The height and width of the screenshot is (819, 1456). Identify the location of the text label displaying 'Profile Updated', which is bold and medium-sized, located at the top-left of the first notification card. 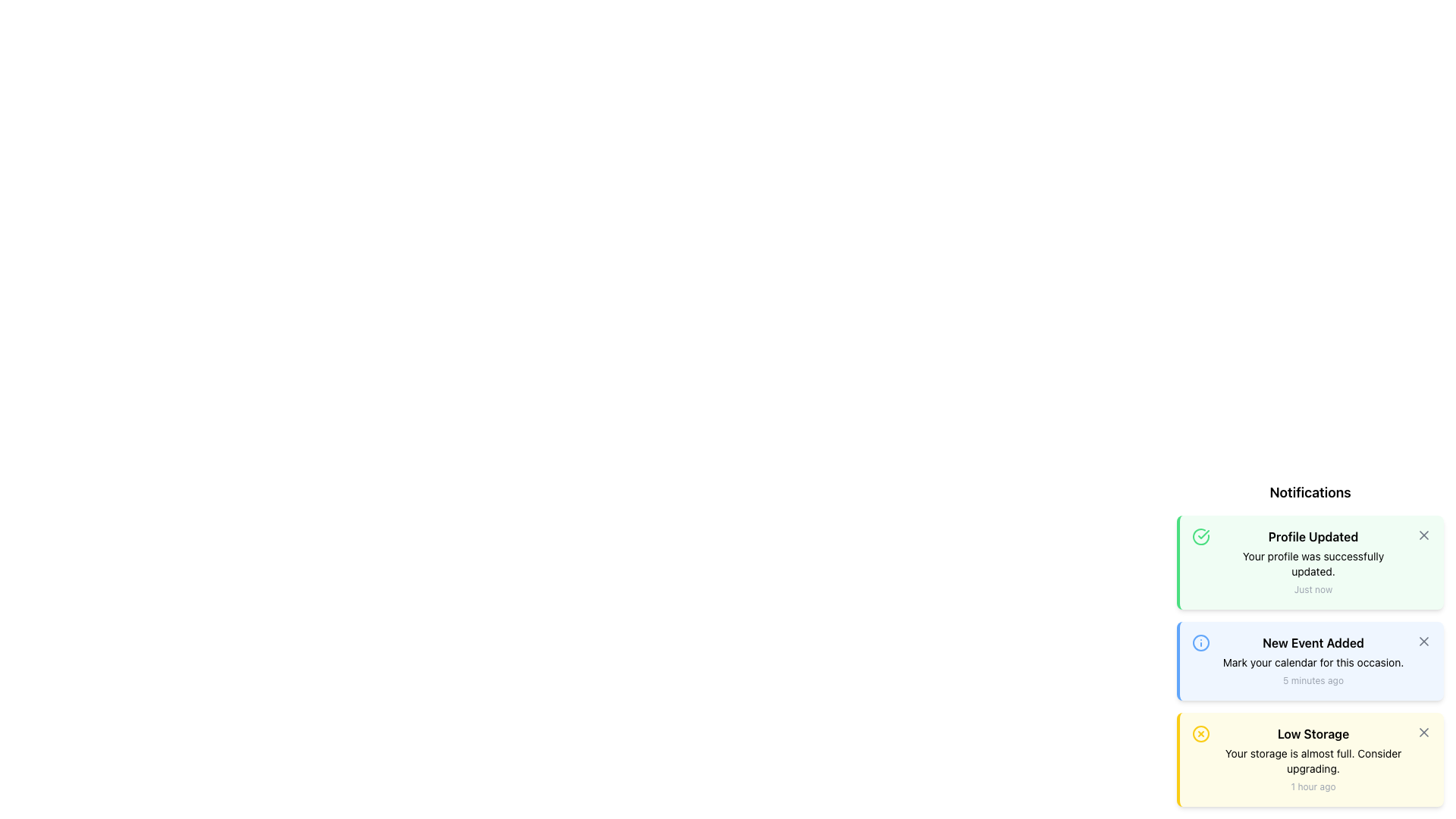
(1313, 536).